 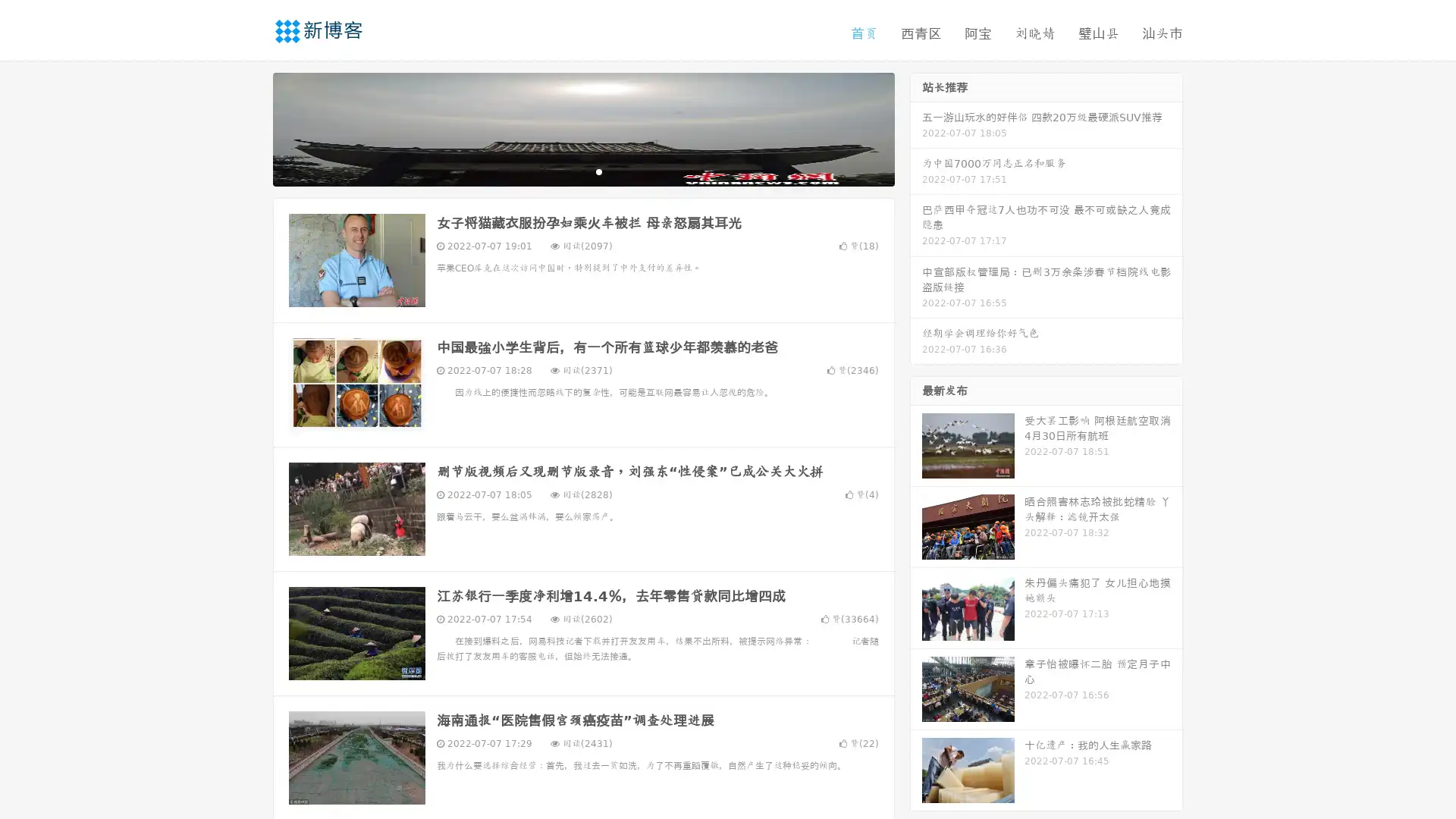 What do you see at coordinates (567, 171) in the screenshot?
I see `Go to slide 1` at bounding box center [567, 171].